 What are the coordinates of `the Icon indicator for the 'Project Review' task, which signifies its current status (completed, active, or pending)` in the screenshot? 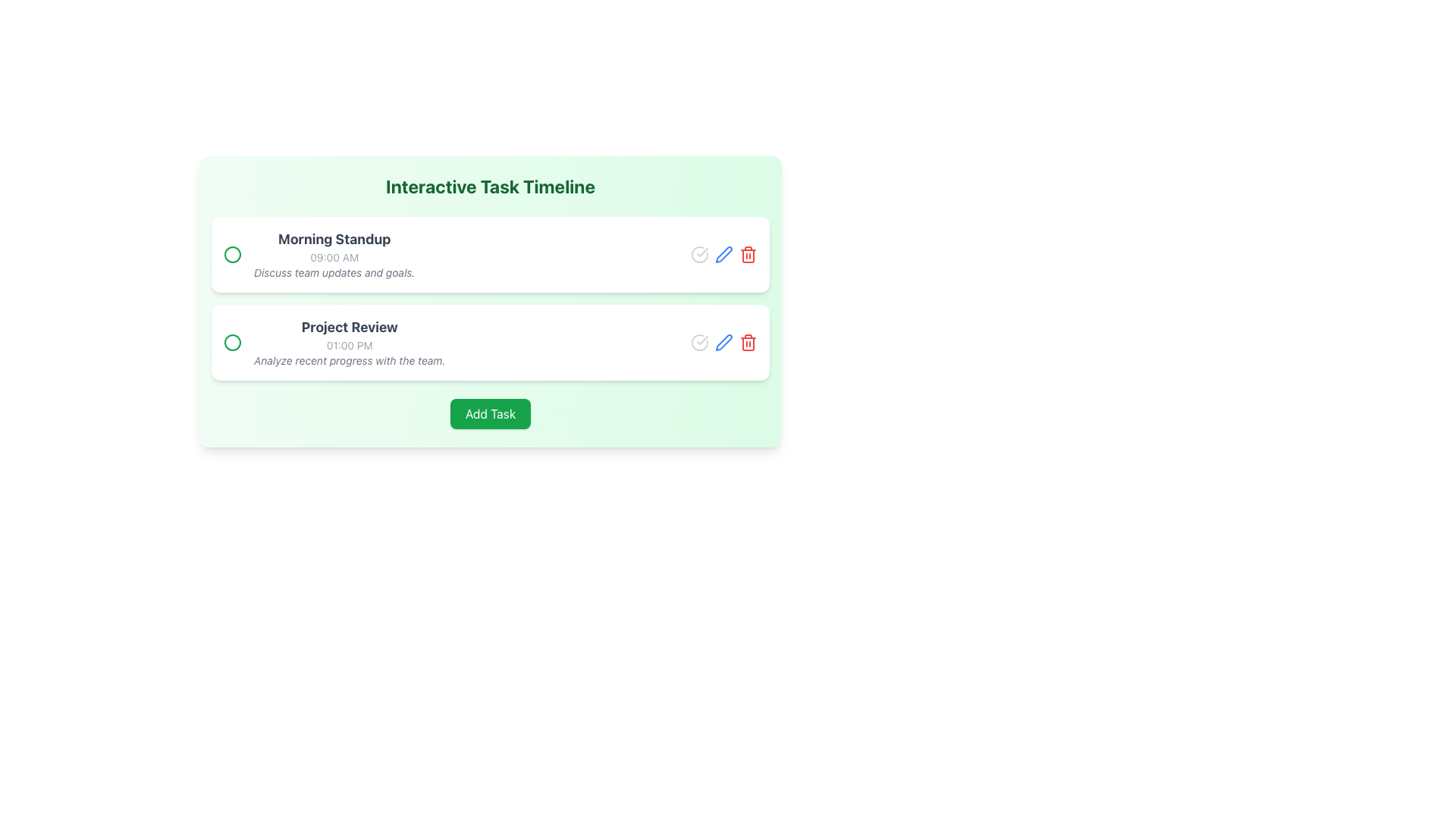 It's located at (232, 342).